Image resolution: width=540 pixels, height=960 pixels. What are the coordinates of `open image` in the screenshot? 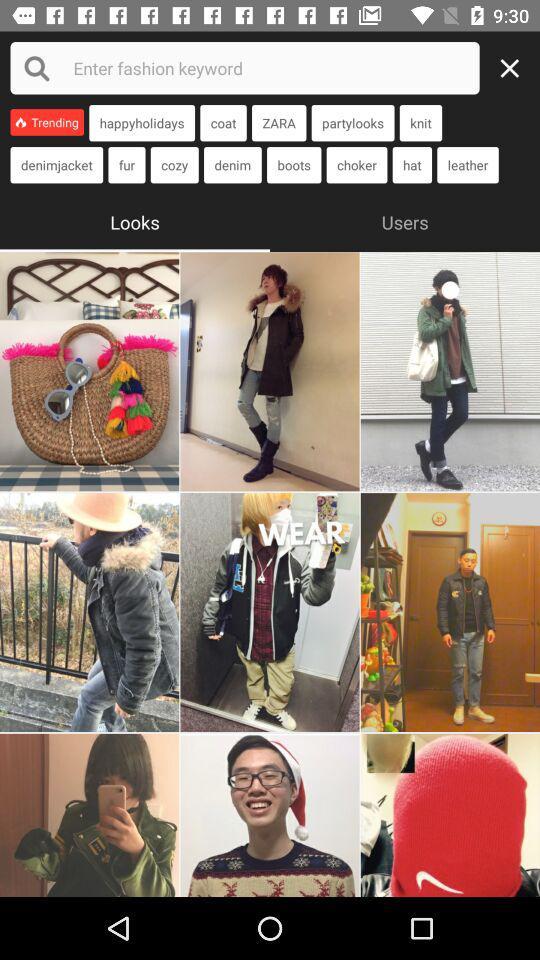 It's located at (88, 815).